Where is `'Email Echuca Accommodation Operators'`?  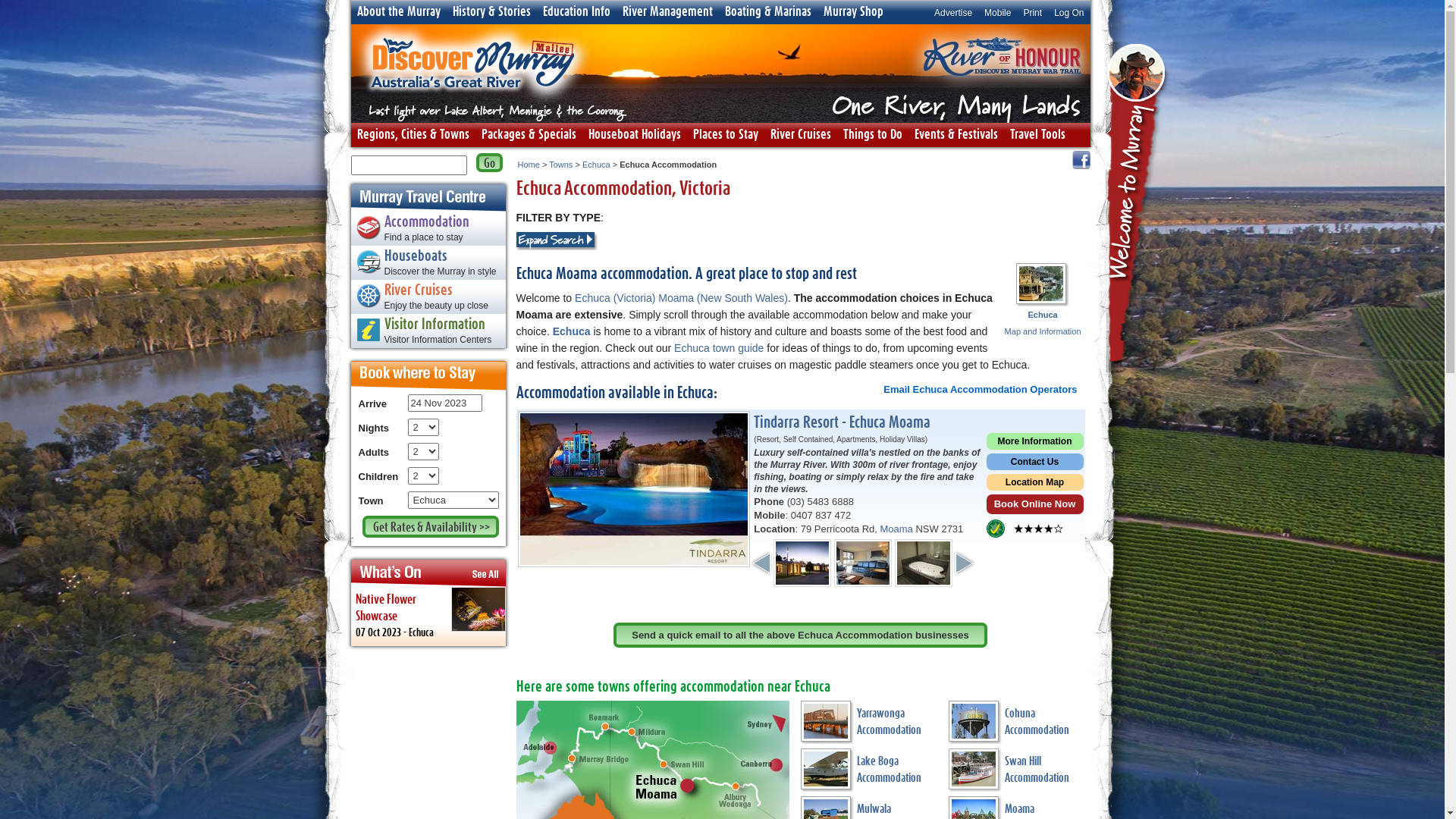 'Email Echuca Accommodation Operators' is located at coordinates (980, 388).